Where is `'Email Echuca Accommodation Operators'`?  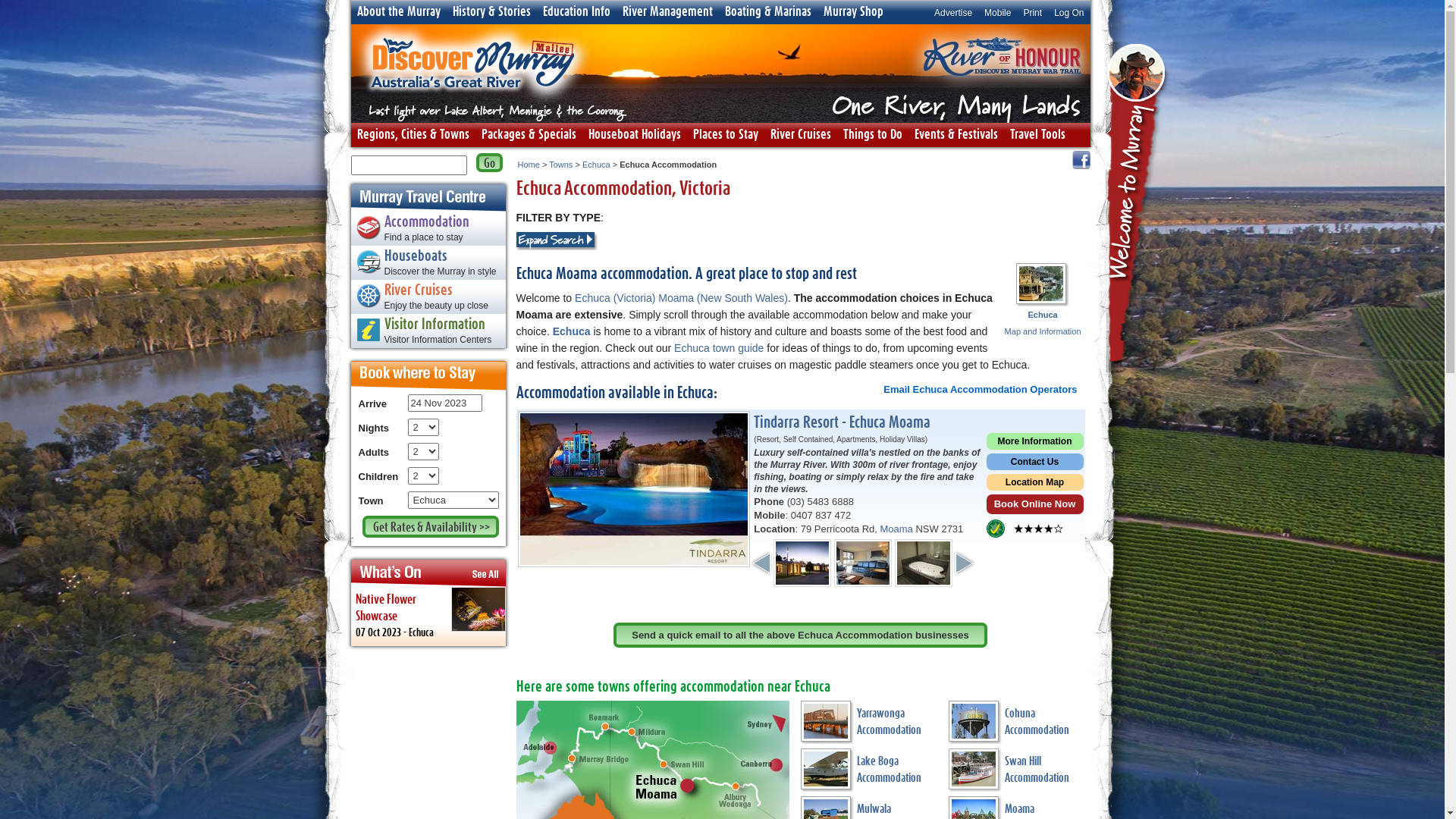 'Email Echuca Accommodation Operators' is located at coordinates (980, 388).